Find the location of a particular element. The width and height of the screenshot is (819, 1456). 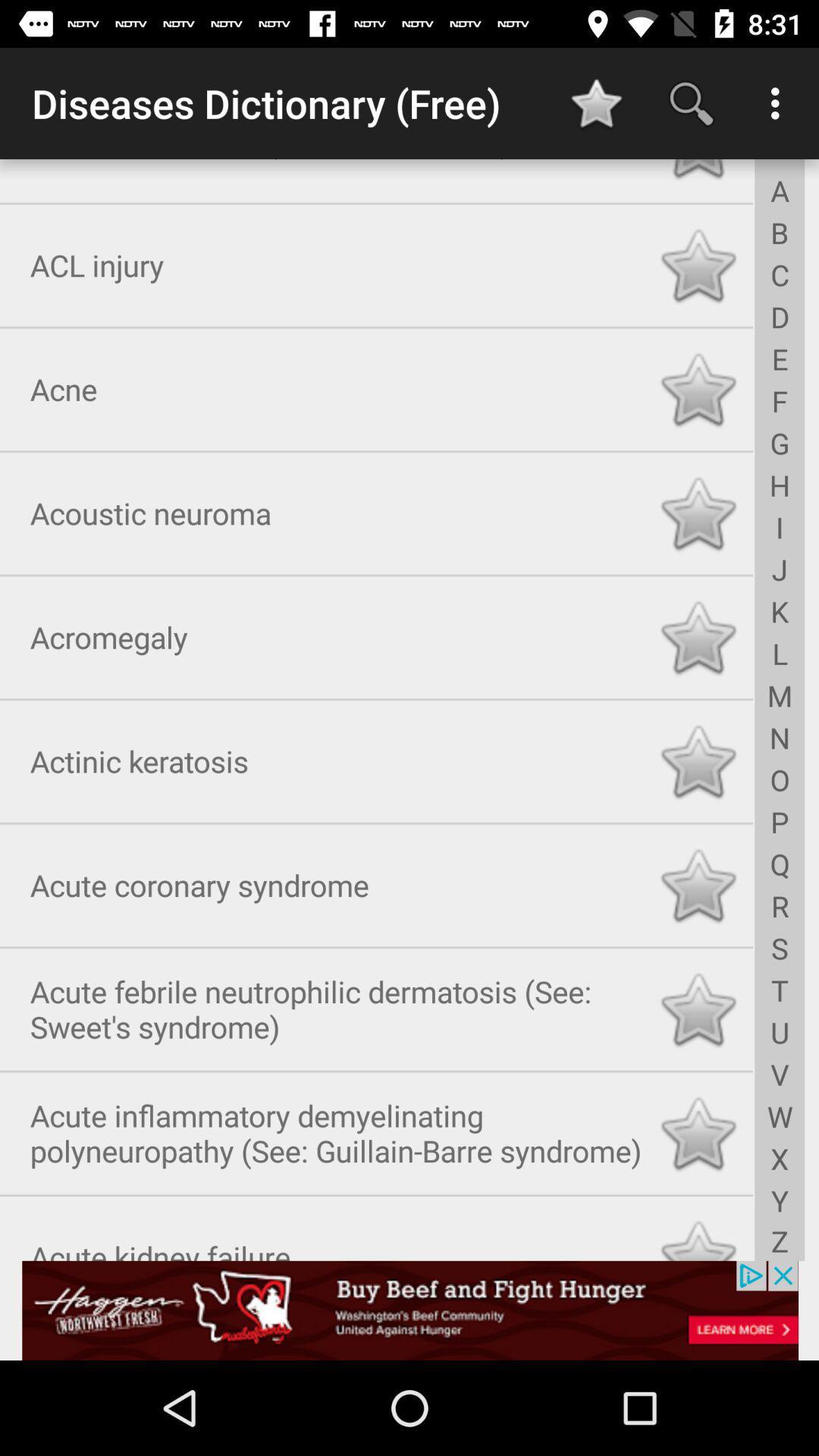

click on add is located at coordinates (409, 1310).